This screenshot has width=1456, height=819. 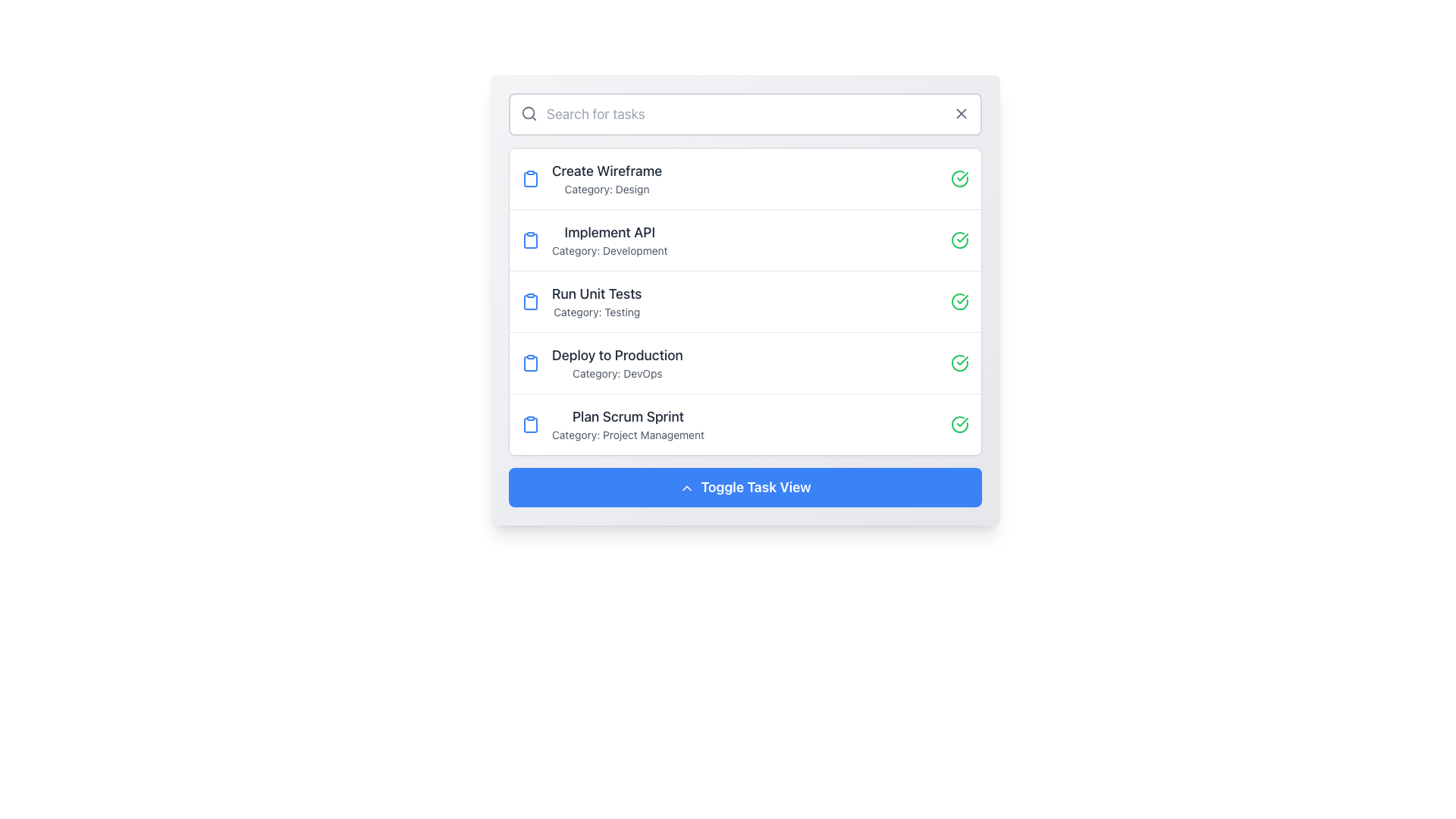 I want to click on the blue clipboard icon representing a task or document, which is located to the left of the text 'Create Wireframe', so click(x=531, y=177).